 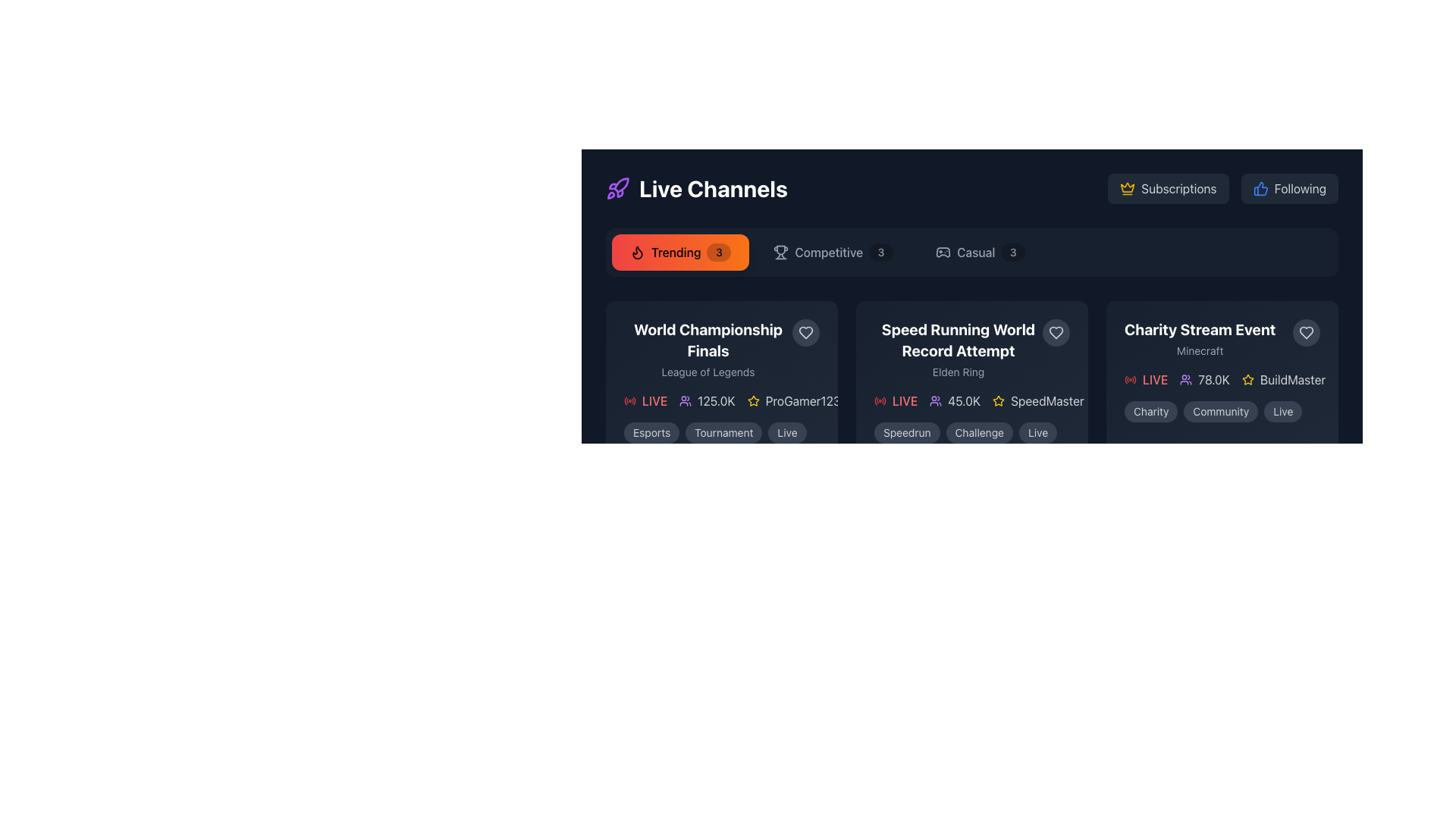 What do you see at coordinates (1306, 332) in the screenshot?
I see `the heart icon located in the upper-right corner of the 'Charity Stream Event' card for accessibility purposes` at bounding box center [1306, 332].